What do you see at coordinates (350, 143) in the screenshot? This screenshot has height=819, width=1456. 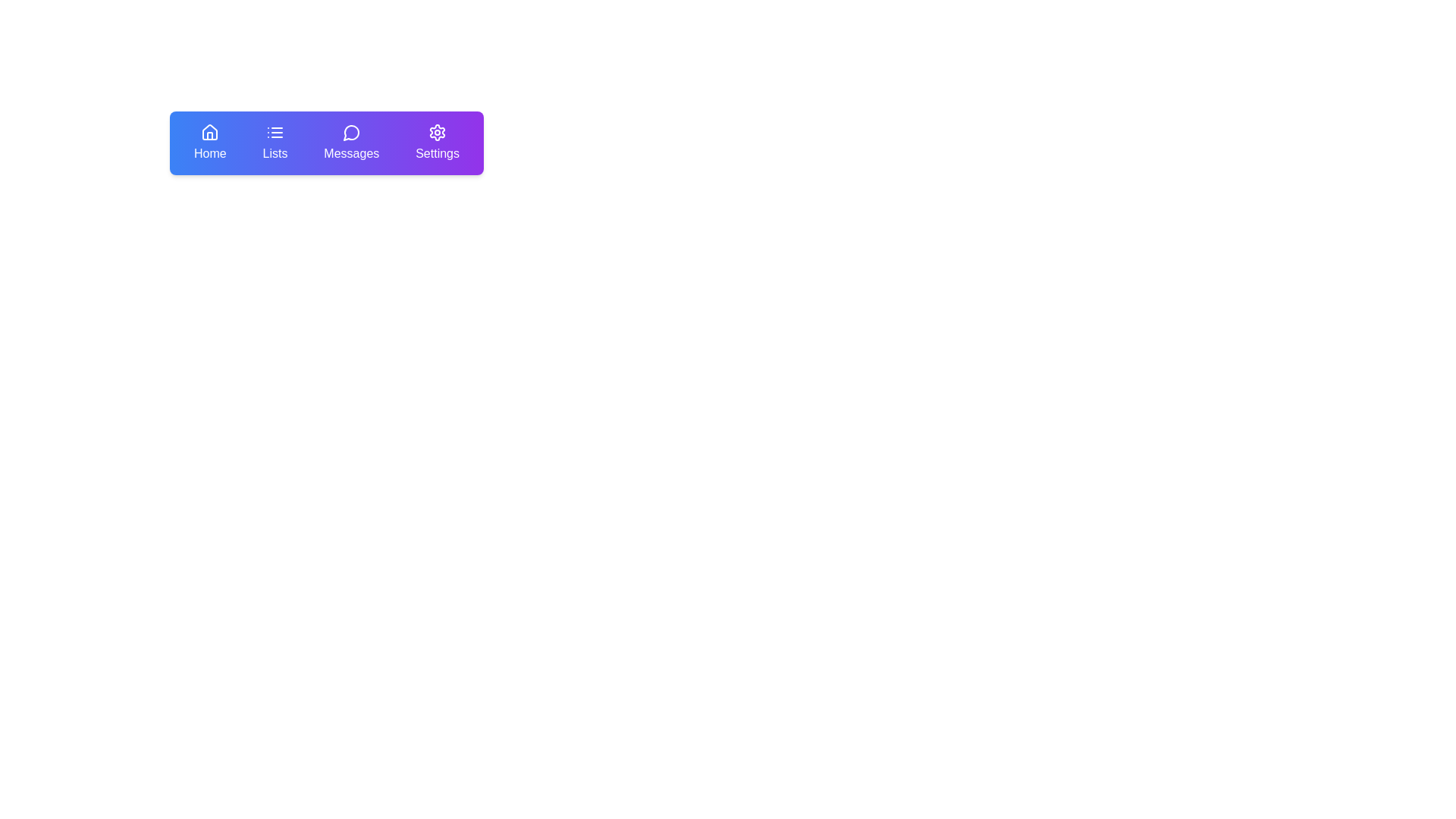 I see `the 'Messages' navigation item in the horizontal menu` at bounding box center [350, 143].